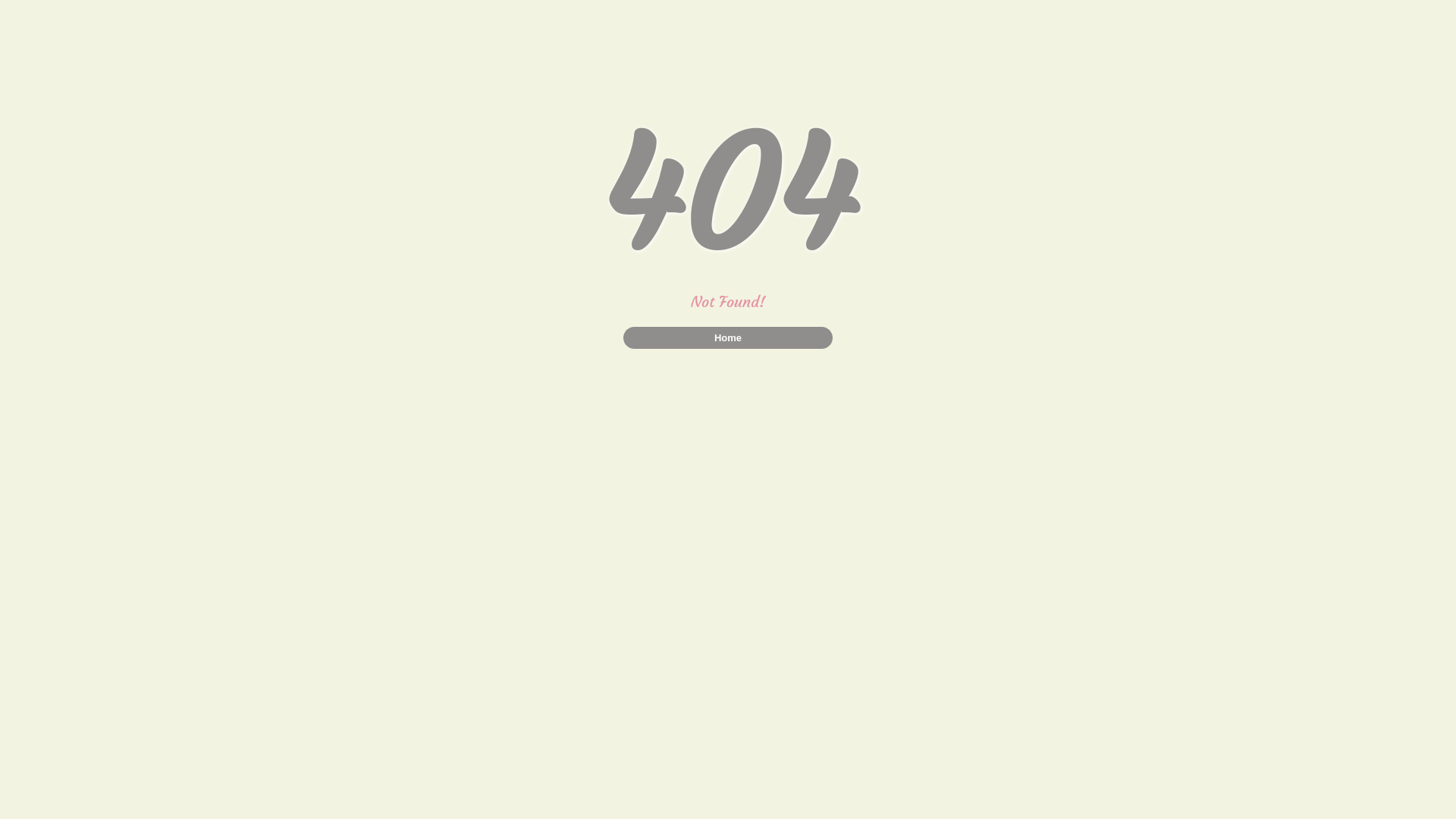 This screenshot has height=819, width=1456. I want to click on 'Home', so click(728, 337).